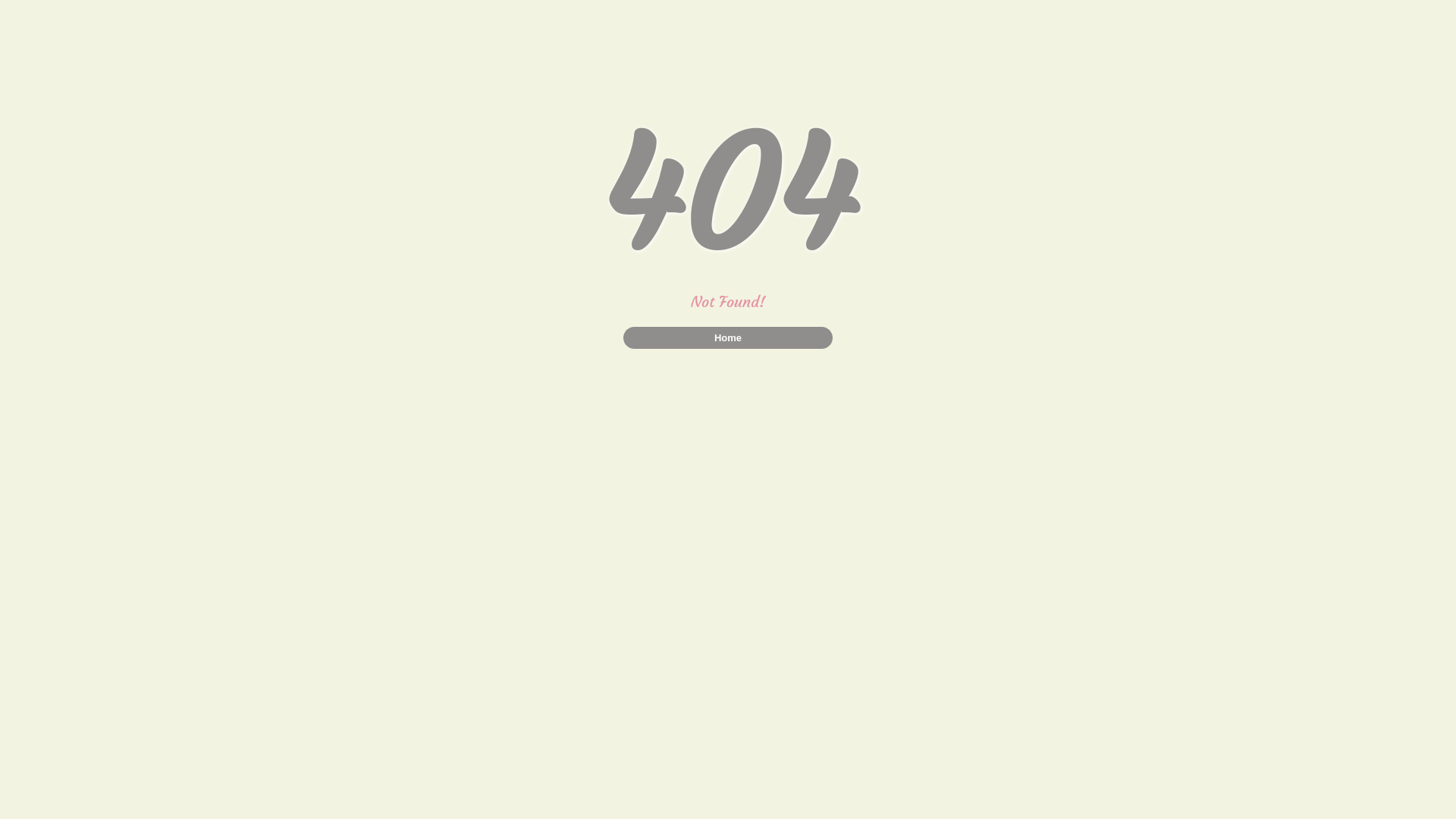 This screenshot has height=819, width=1456. I want to click on 'Home', so click(728, 337).